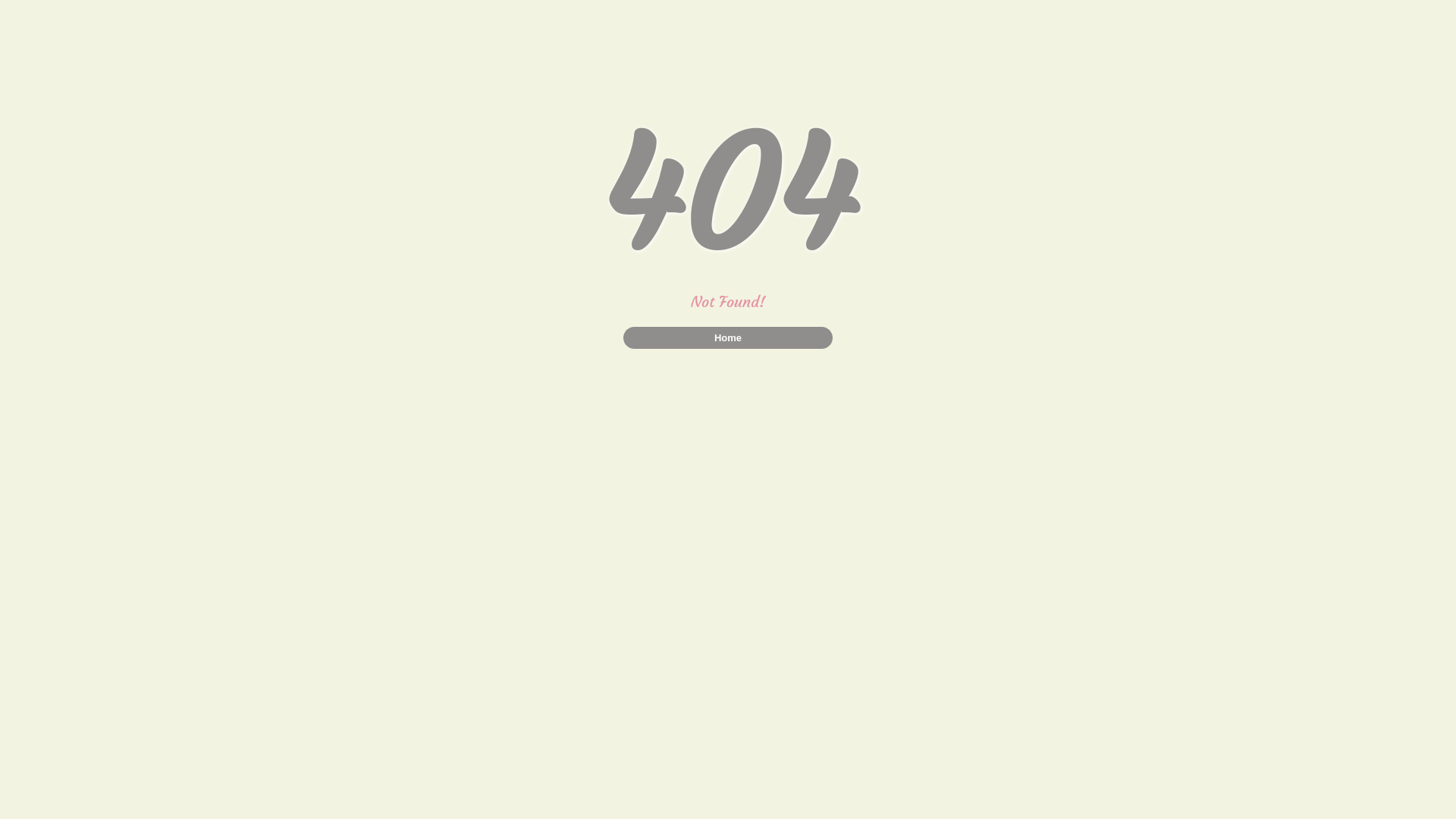 This screenshot has height=819, width=1456. I want to click on 'Home', so click(728, 337).